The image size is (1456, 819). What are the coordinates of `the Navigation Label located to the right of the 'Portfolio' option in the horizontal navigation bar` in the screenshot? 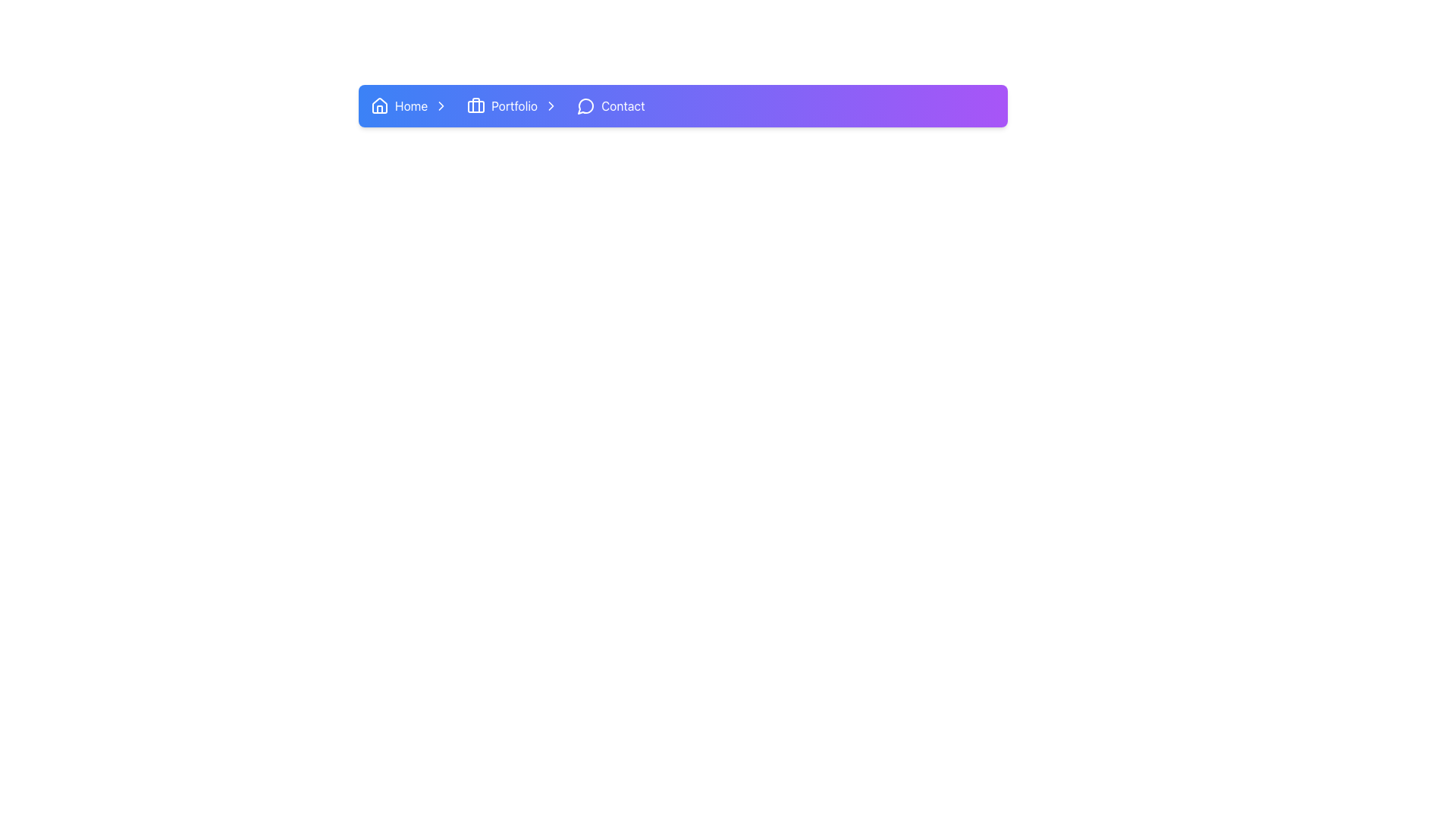 It's located at (611, 105).